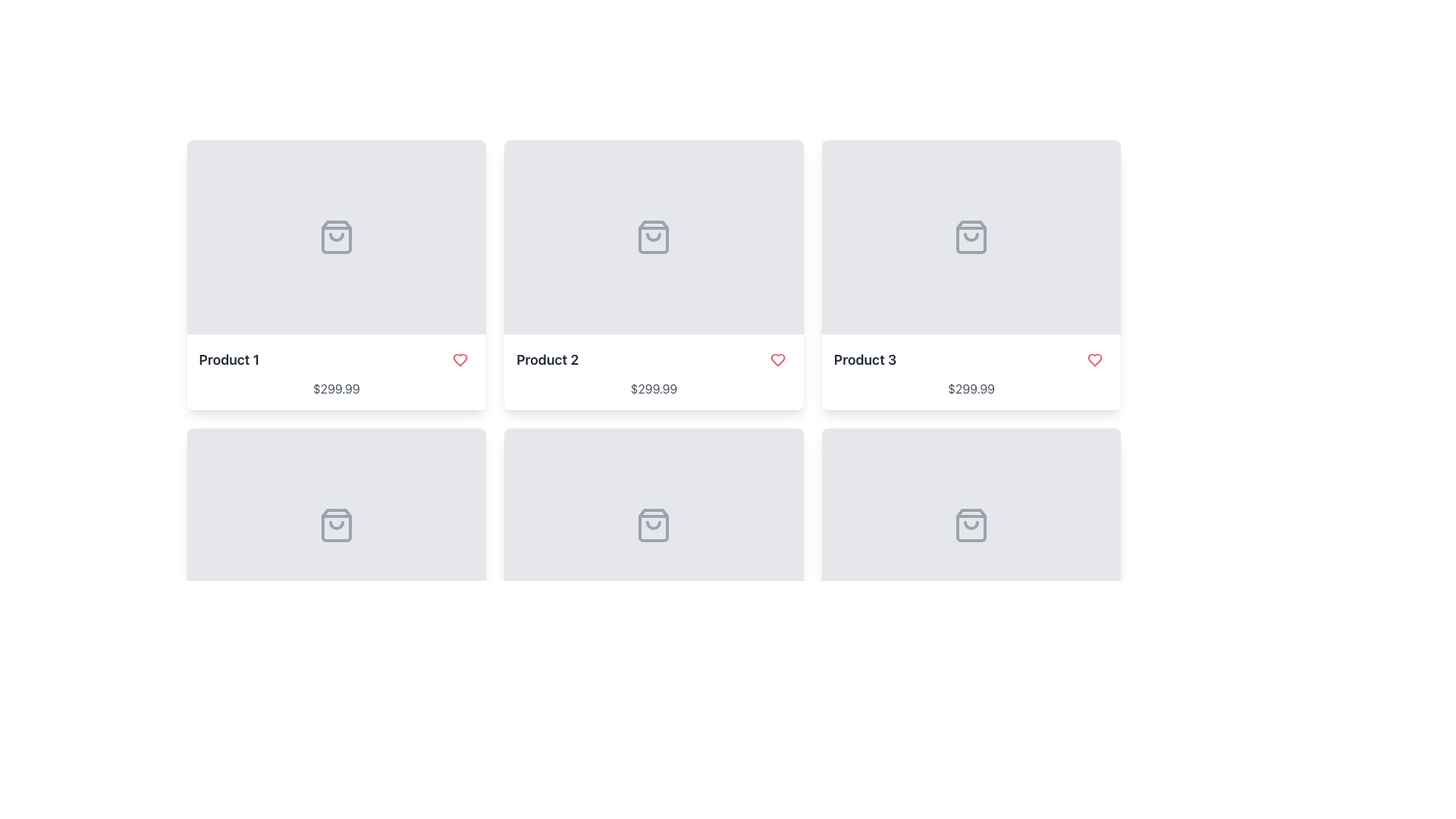 The width and height of the screenshot is (1456, 819). Describe the element at coordinates (777, 359) in the screenshot. I see `the heart-shaped rose-colored icon button located at the bottom-right corner of the 'Product 2' card` at that location.